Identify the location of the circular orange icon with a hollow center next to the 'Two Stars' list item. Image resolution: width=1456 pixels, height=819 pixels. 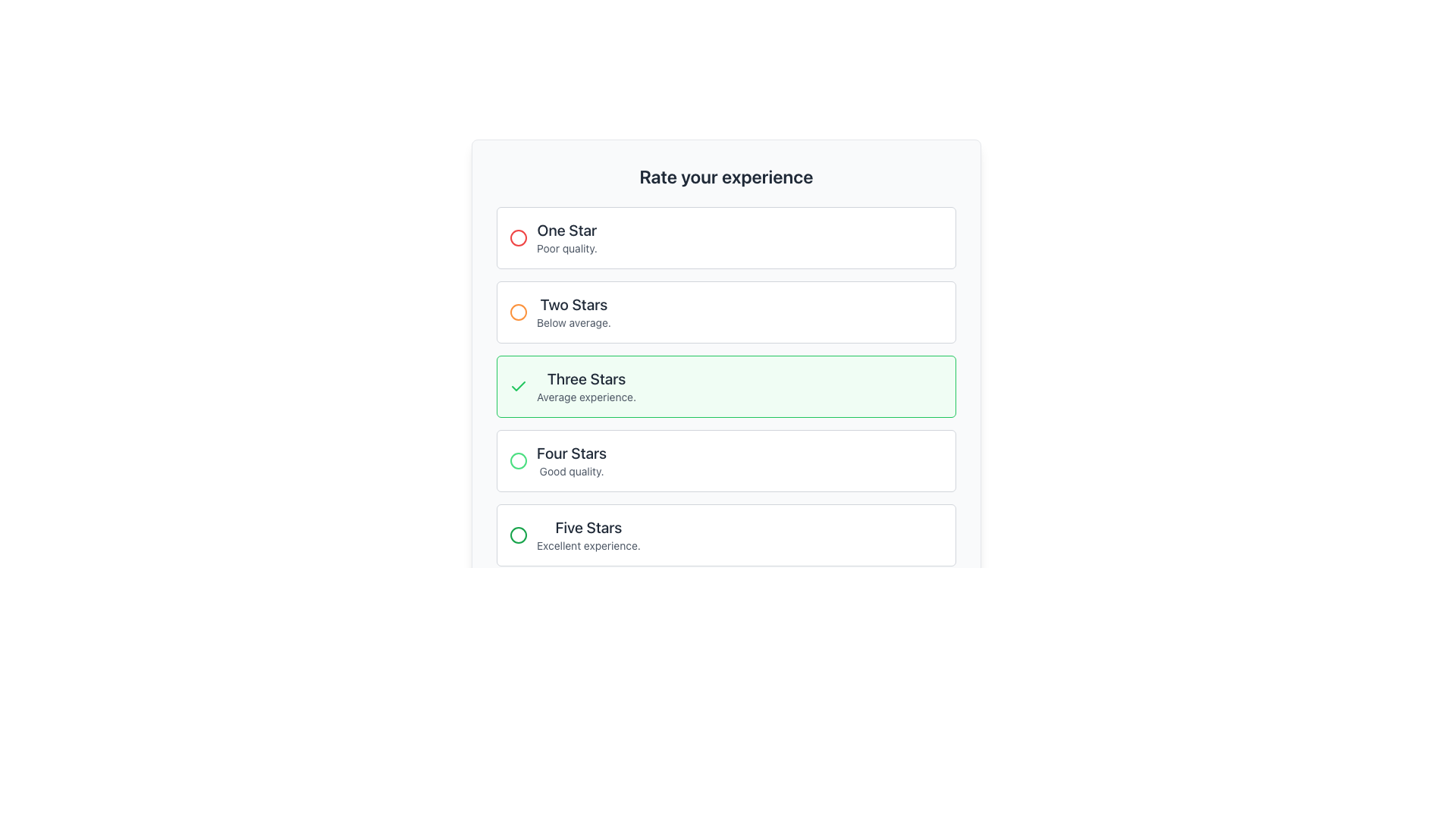
(519, 312).